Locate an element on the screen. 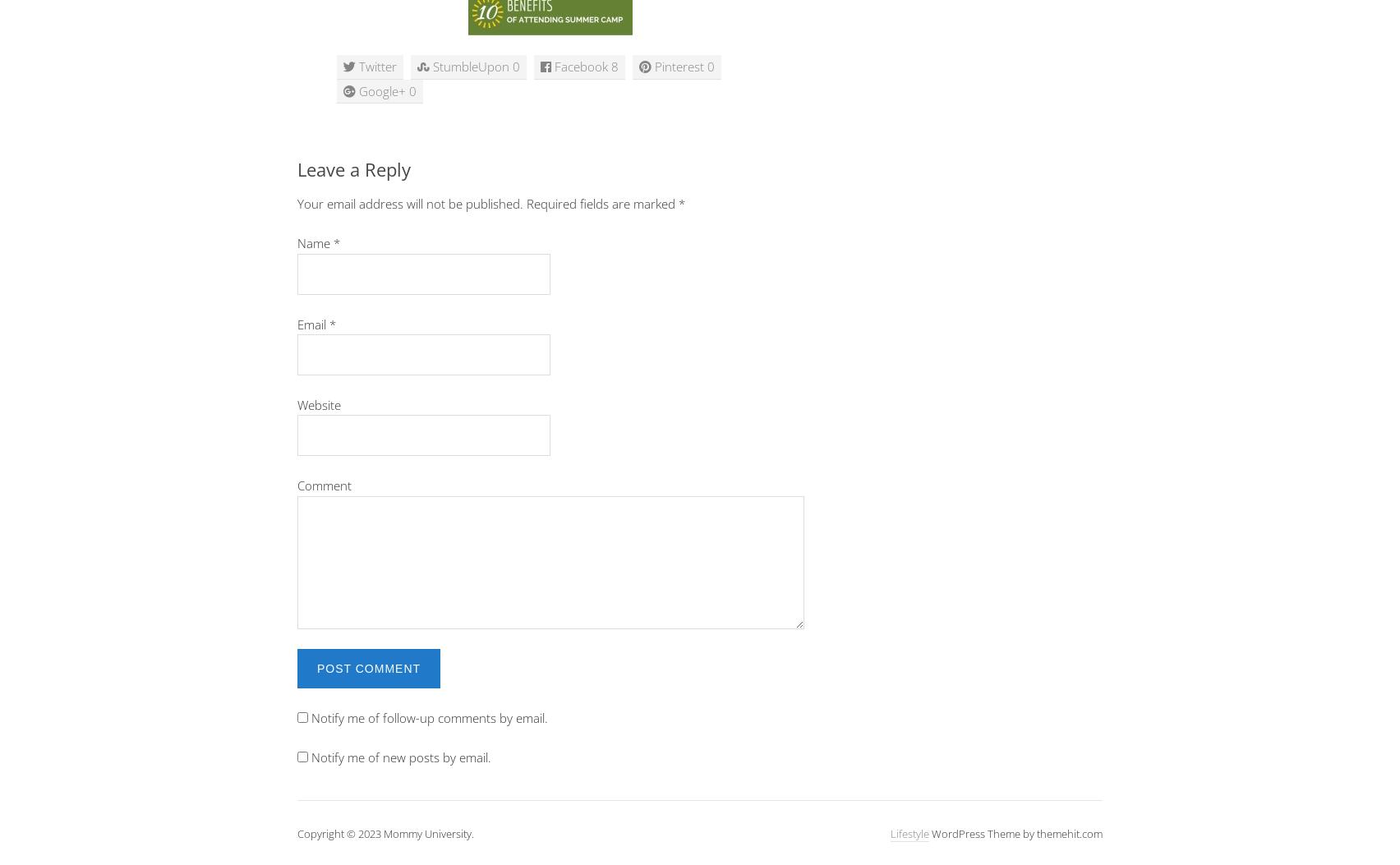  'Notify me of follow-up comments by email.' is located at coordinates (429, 717).